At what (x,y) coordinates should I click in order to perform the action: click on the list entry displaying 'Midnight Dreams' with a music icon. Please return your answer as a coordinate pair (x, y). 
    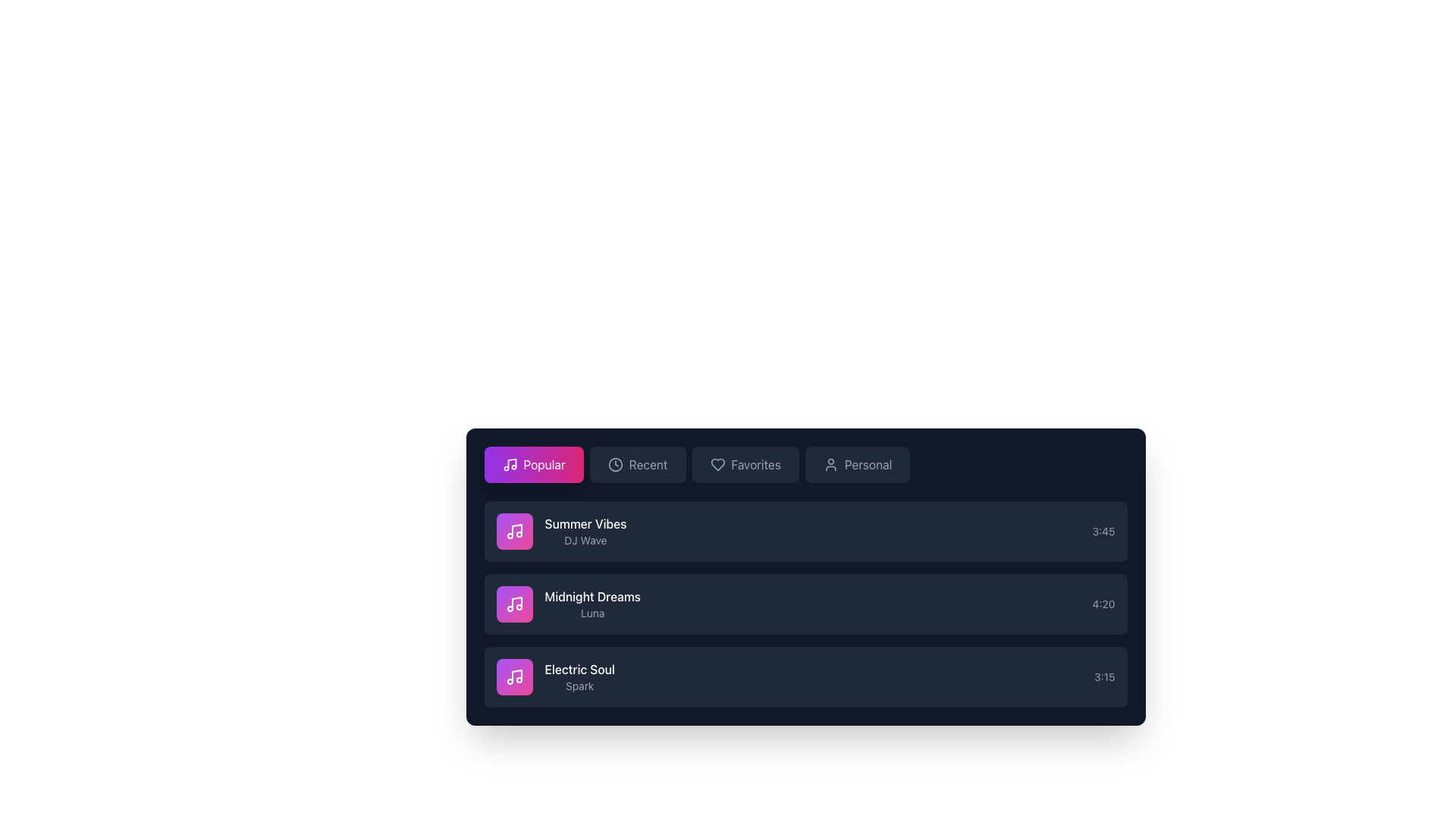
    Looking at the image, I should click on (567, 604).